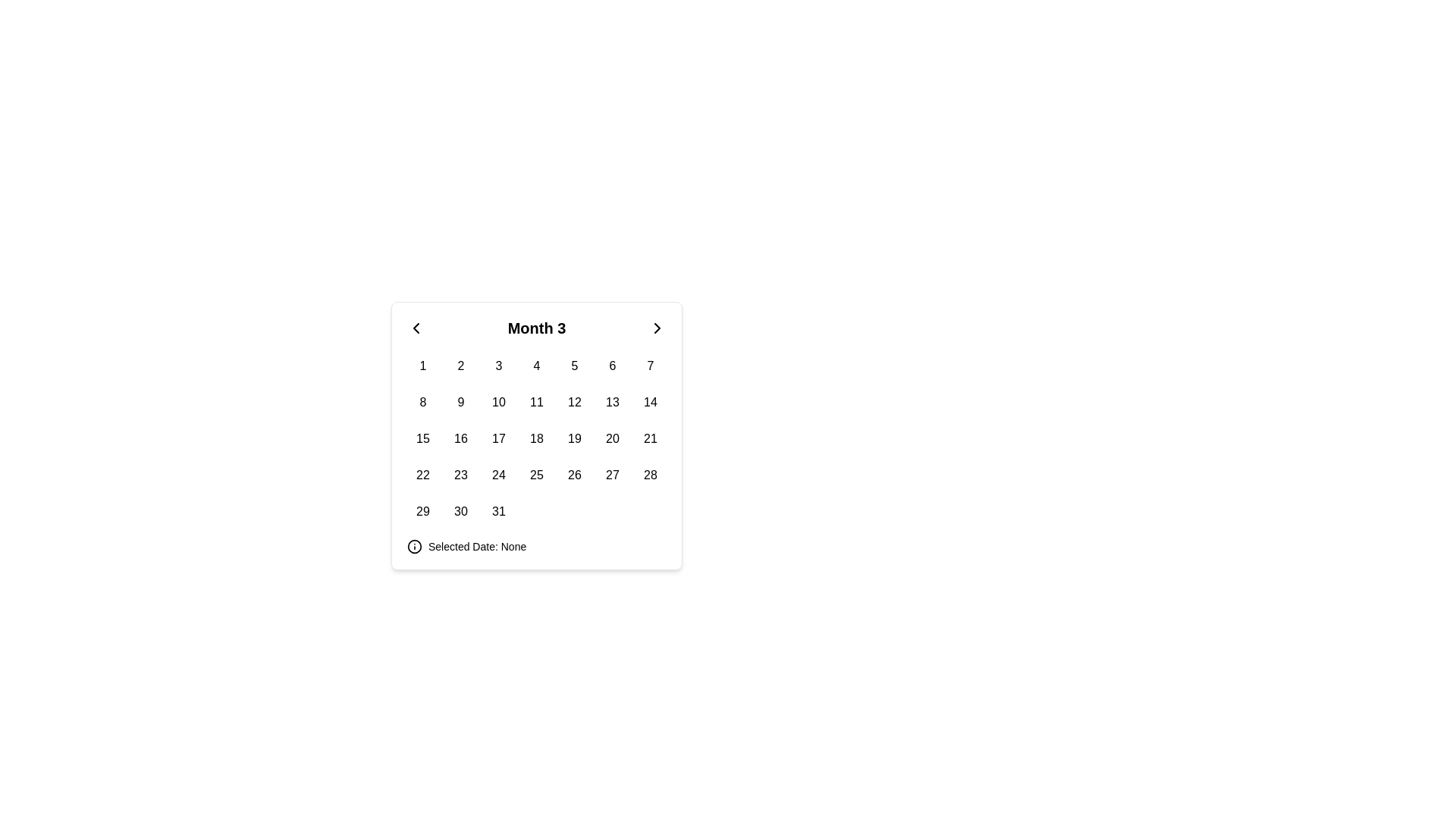  Describe the element at coordinates (537, 366) in the screenshot. I see `the button-like UI element representing the date '4'` at that location.